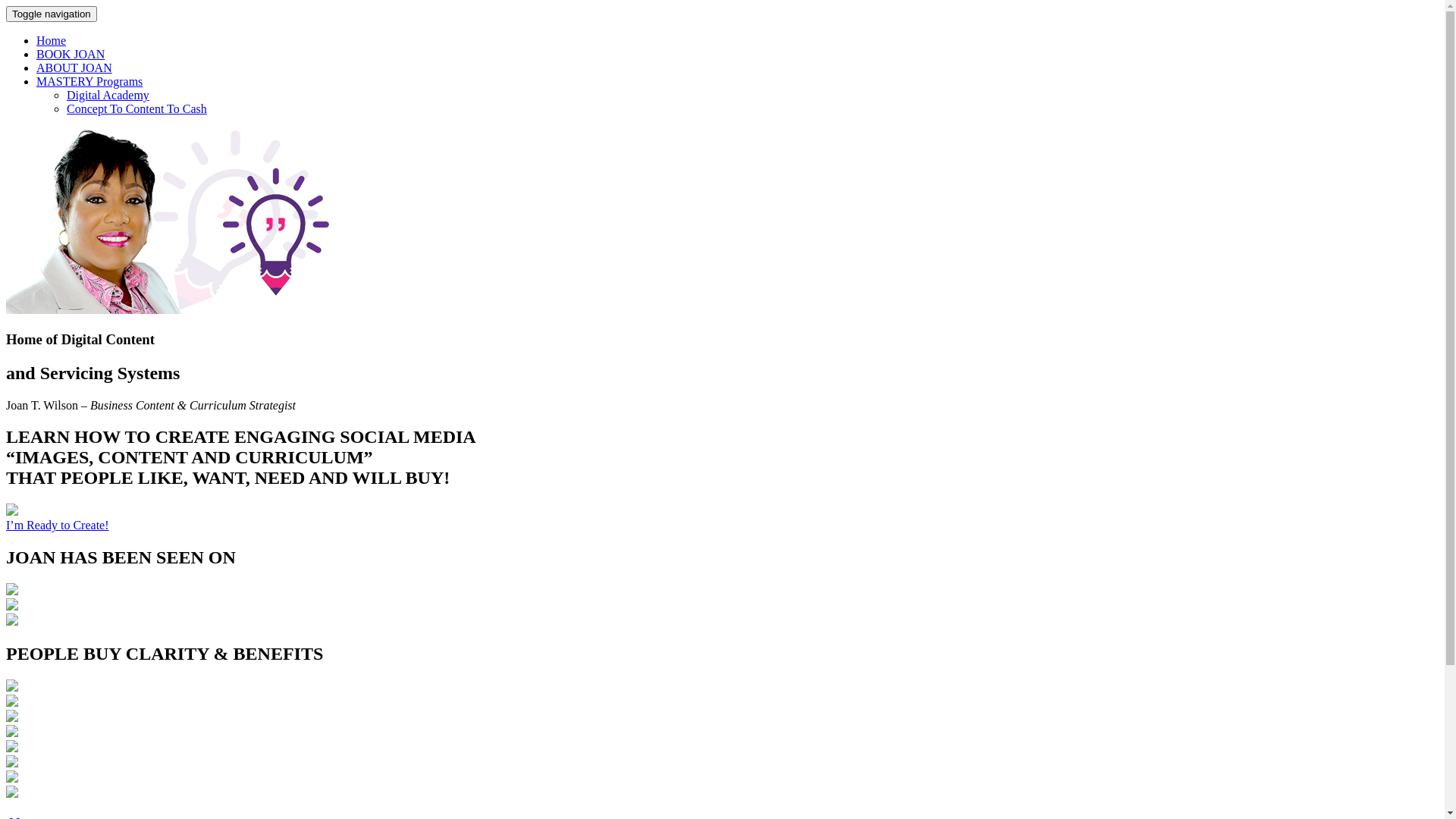  Describe the element at coordinates (107, 95) in the screenshot. I see `'Digital Academy'` at that location.